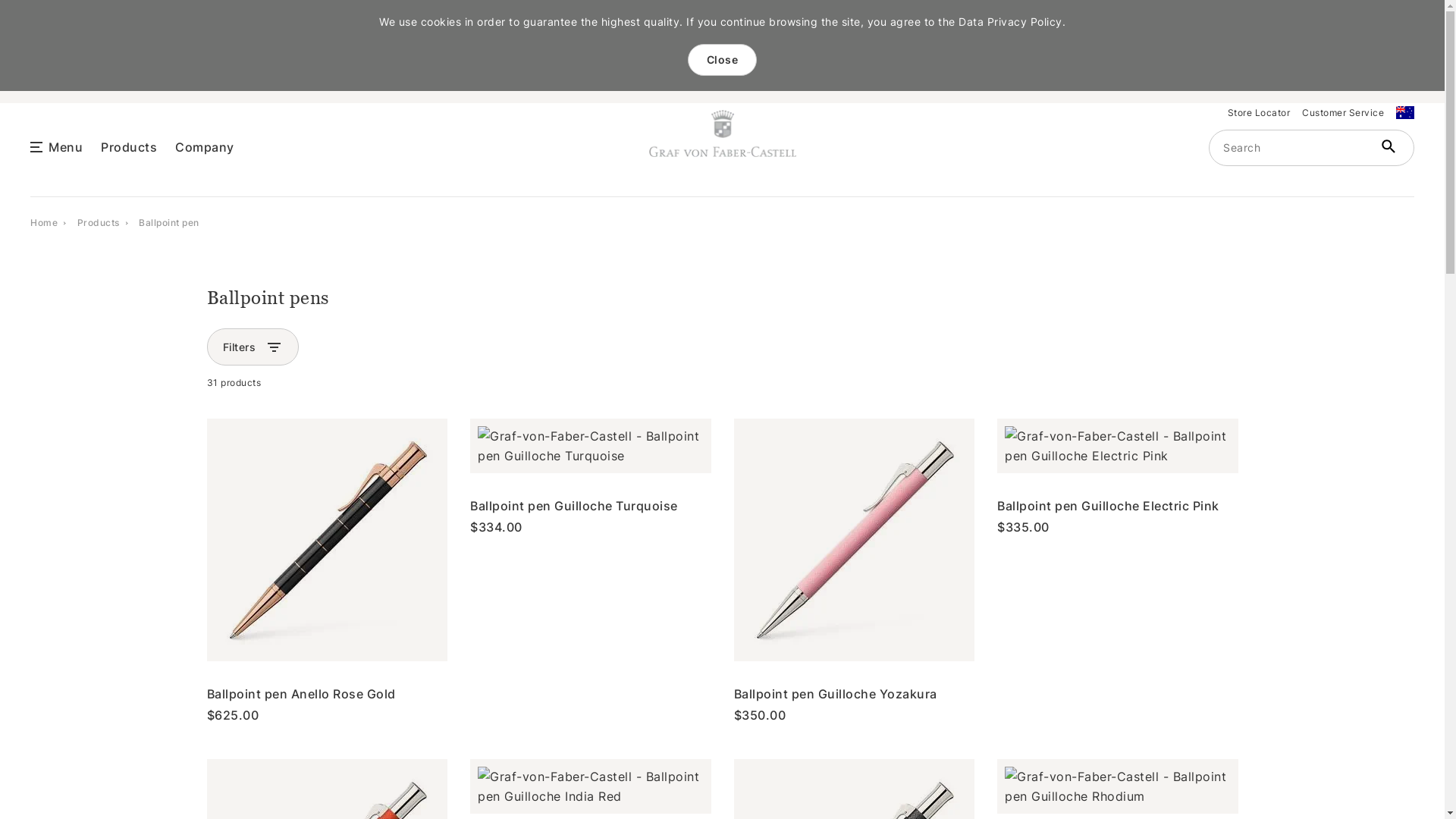 The height and width of the screenshot is (819, 1456). I want to click on 'Company', so click(174, 146).